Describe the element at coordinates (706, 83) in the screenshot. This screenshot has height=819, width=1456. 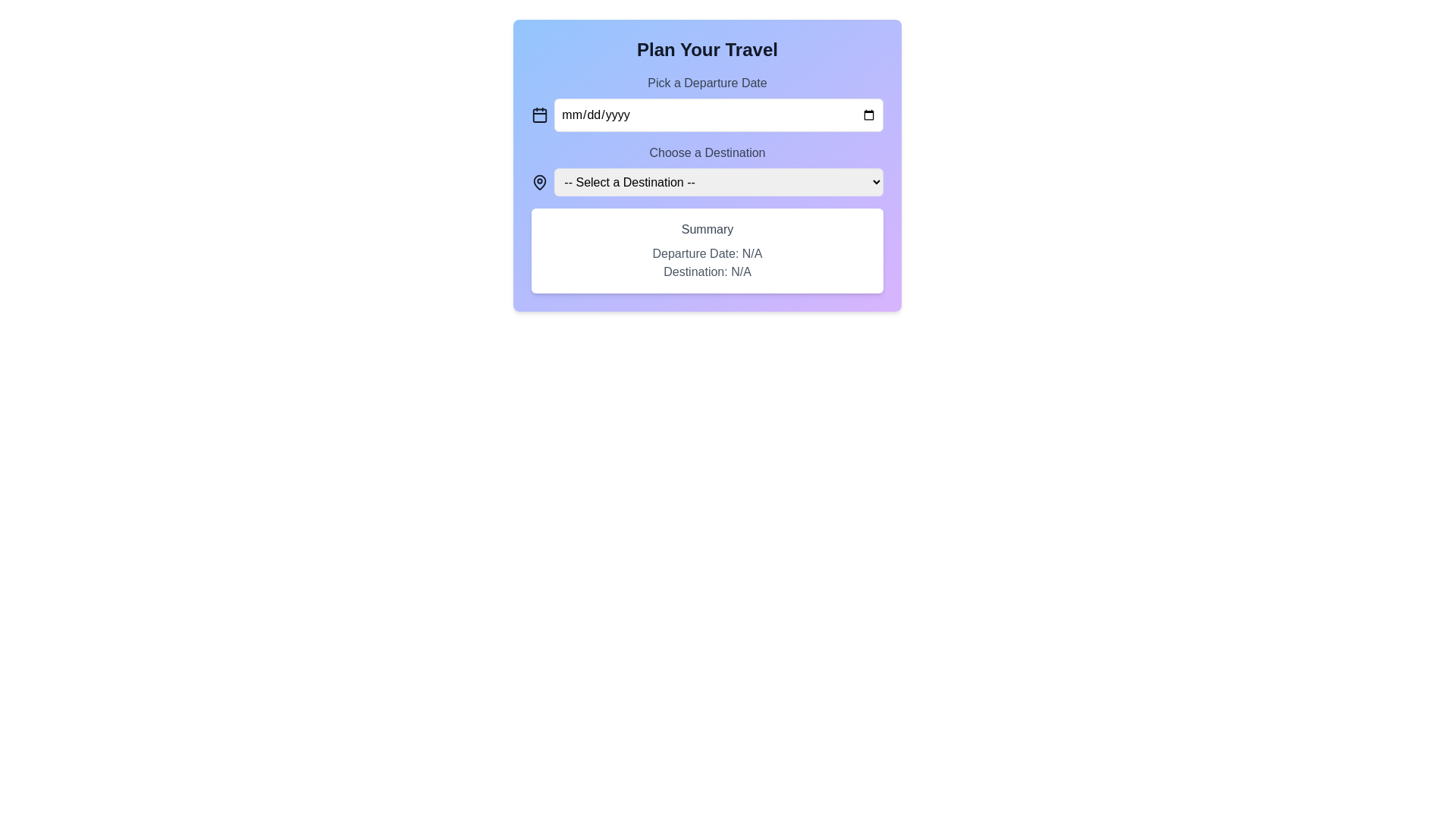
I see `the static text label that indicates the user needs to select a departure date, located at the top center of the 'Plan Your Travel' form` at that location.